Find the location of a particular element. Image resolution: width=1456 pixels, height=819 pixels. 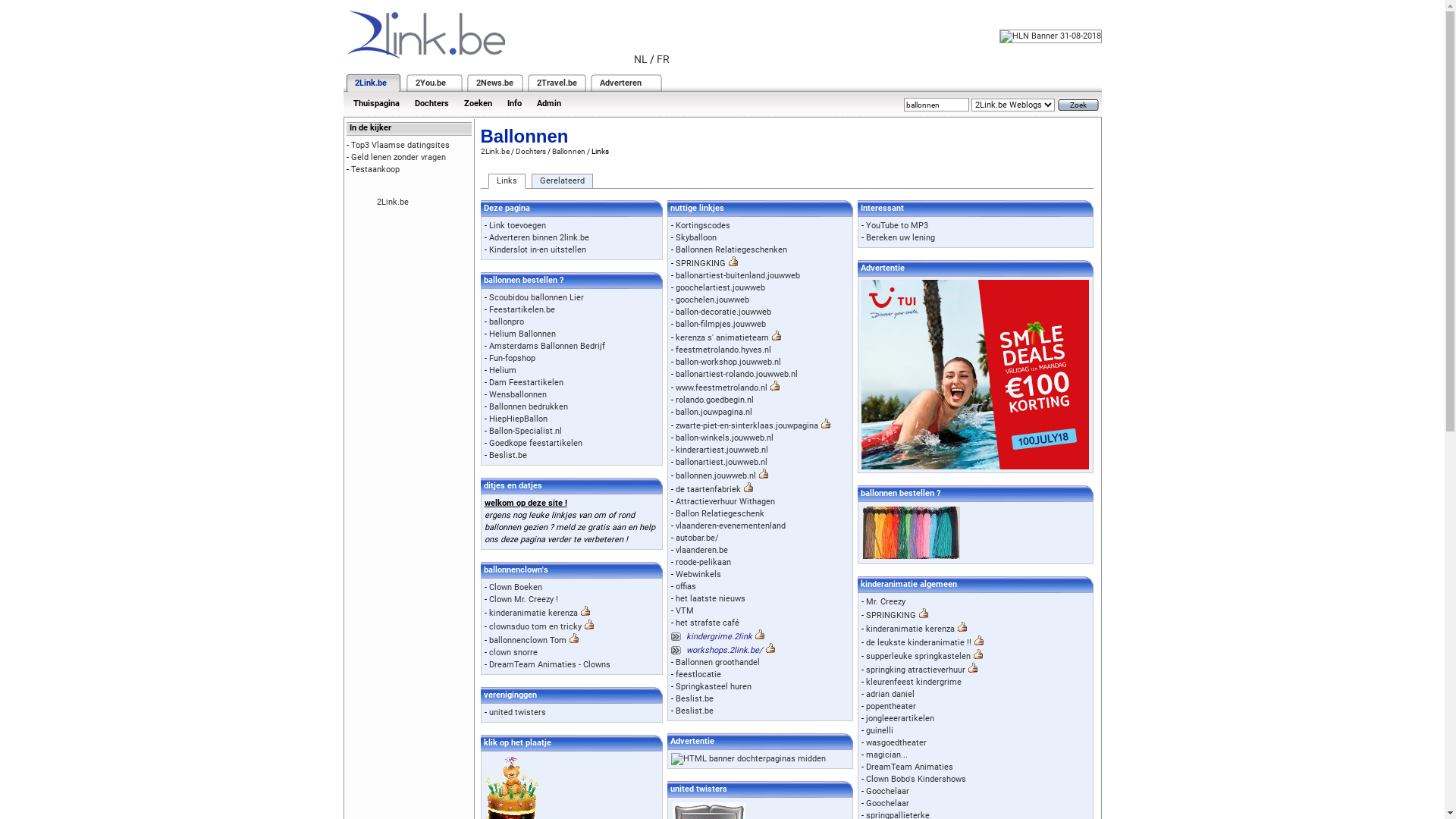

'Top3 Vlaamse datingsites' is located at coordinates (400, 145).